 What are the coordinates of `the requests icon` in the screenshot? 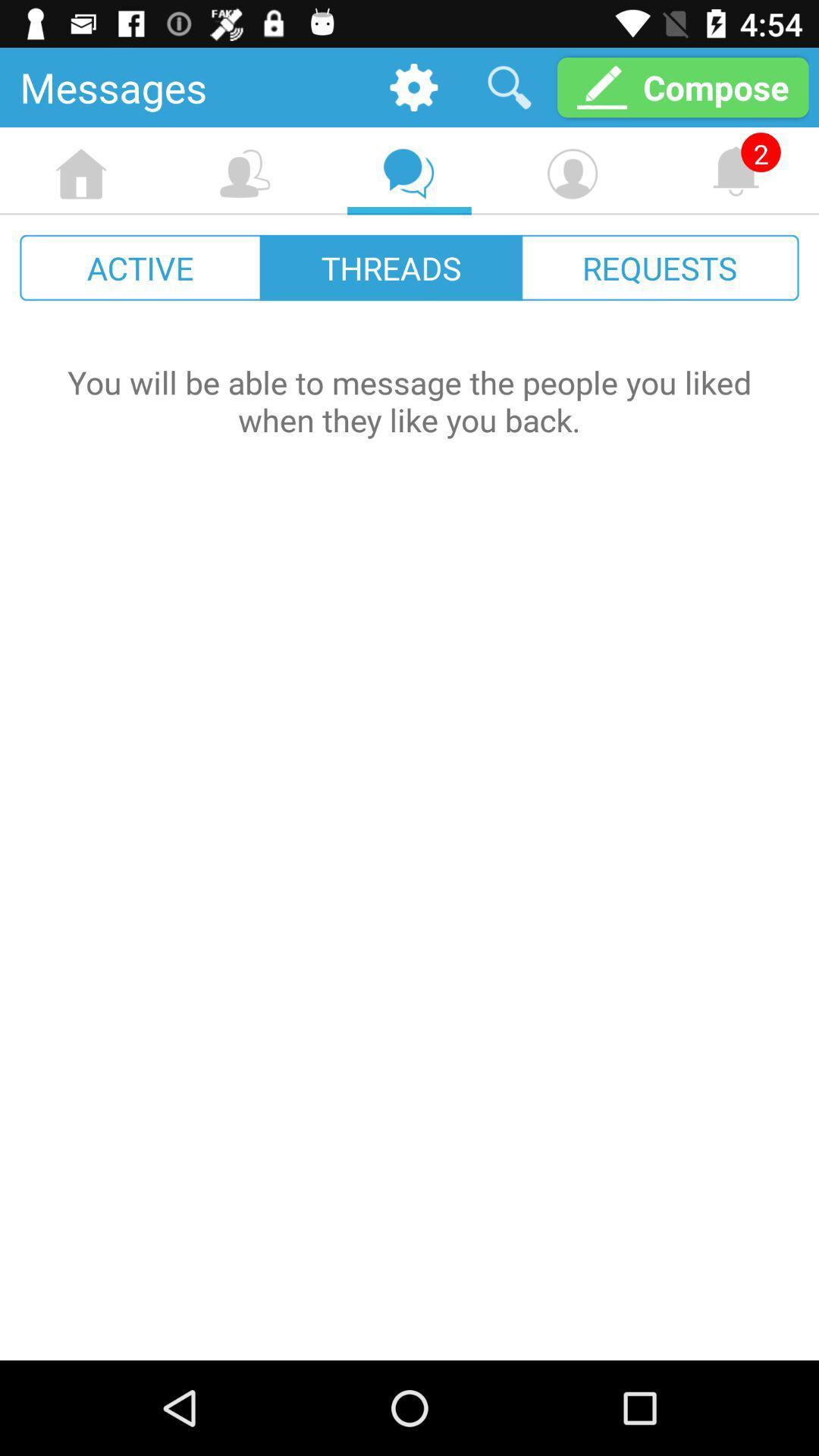 It's located at (659, 268).